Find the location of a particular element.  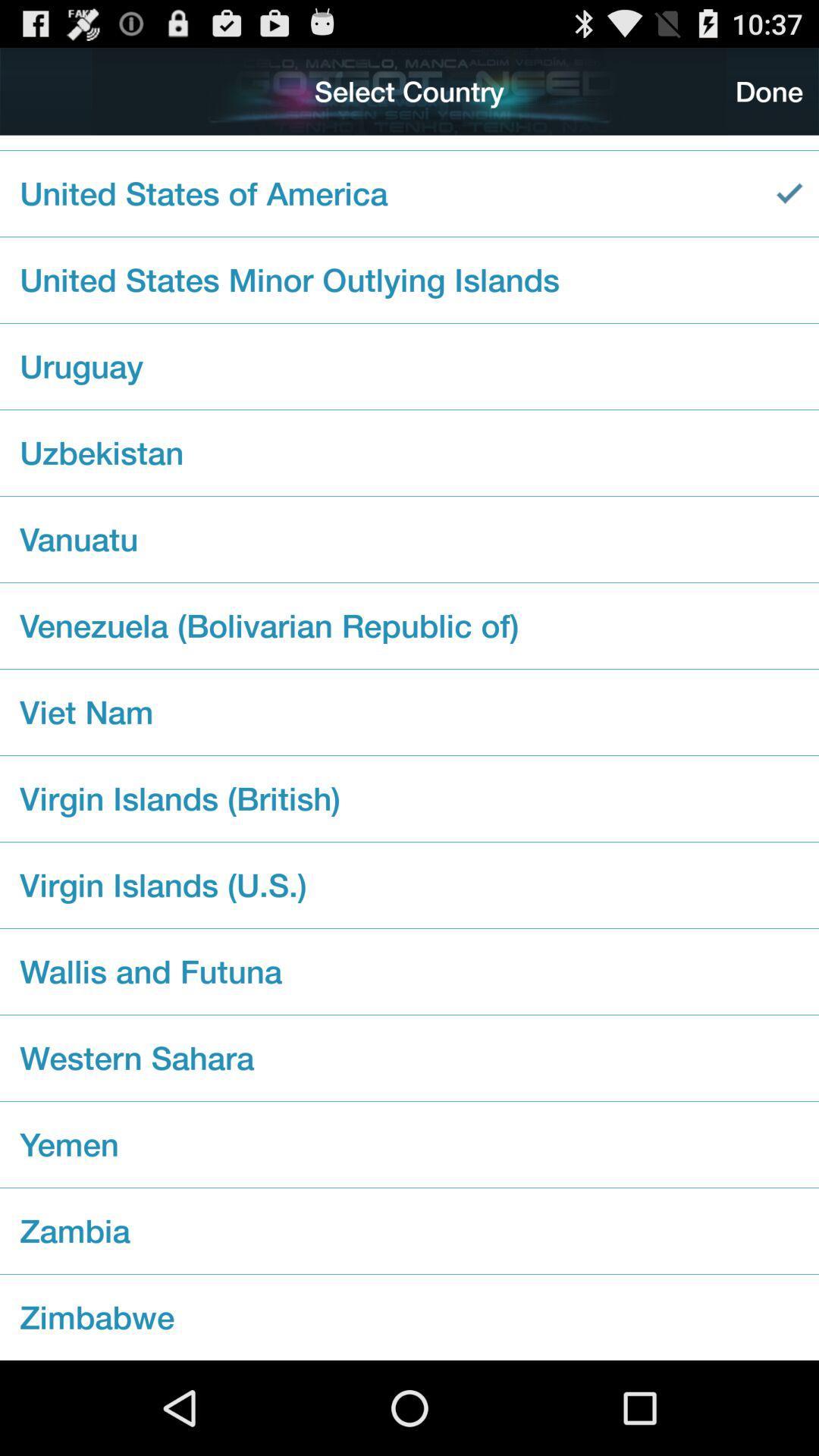

the vanuatu is located at coordinates (409, 539).